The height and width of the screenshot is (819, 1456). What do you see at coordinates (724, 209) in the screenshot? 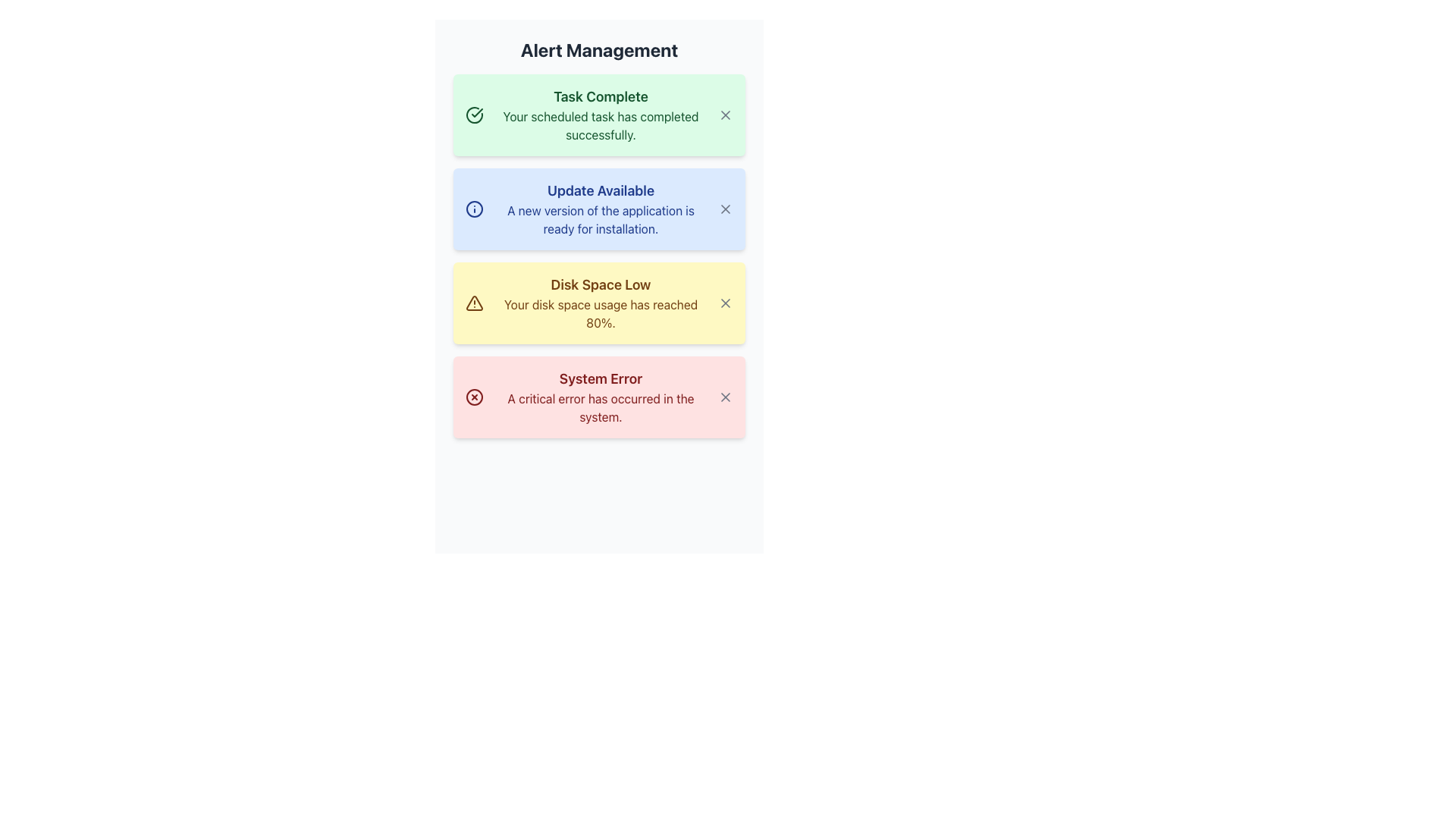
I see `the close button located at the top-right corner of the 'Update Available' alert box` at bounding box center [724, 209].